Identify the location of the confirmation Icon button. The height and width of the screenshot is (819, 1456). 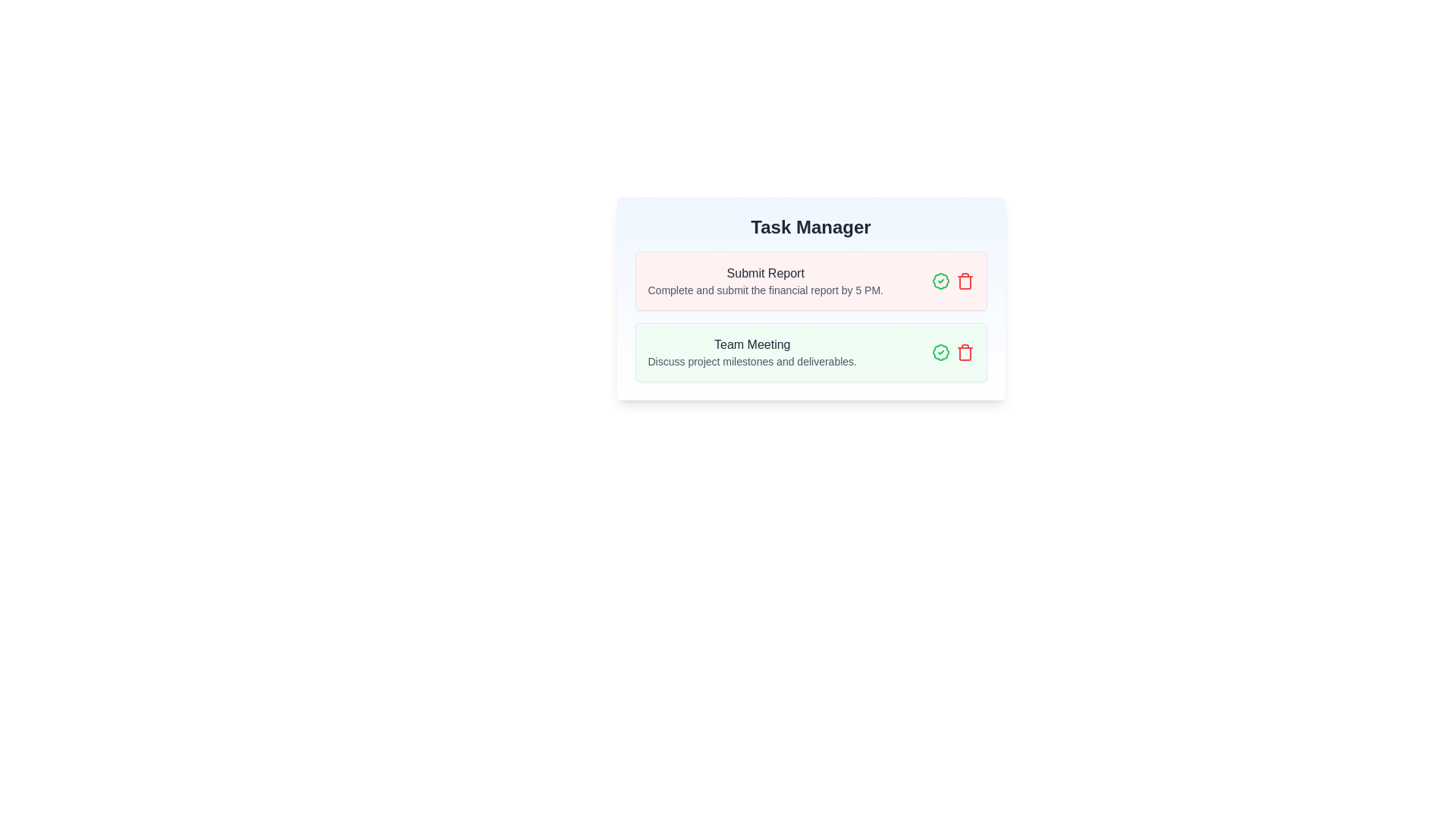
(940, 281).